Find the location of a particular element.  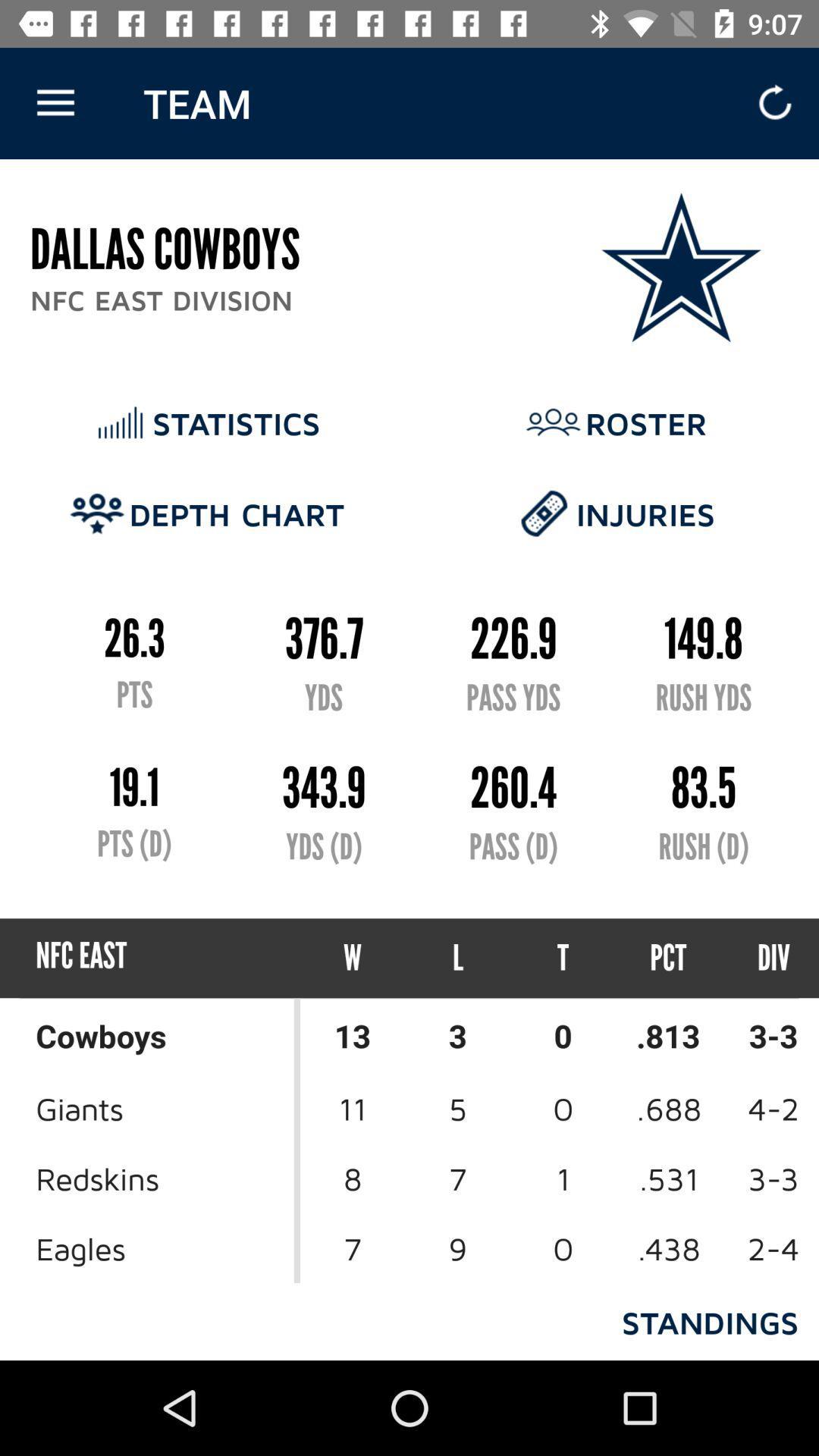

the icon to the right of the pct item is located at coordinates (760, 957).